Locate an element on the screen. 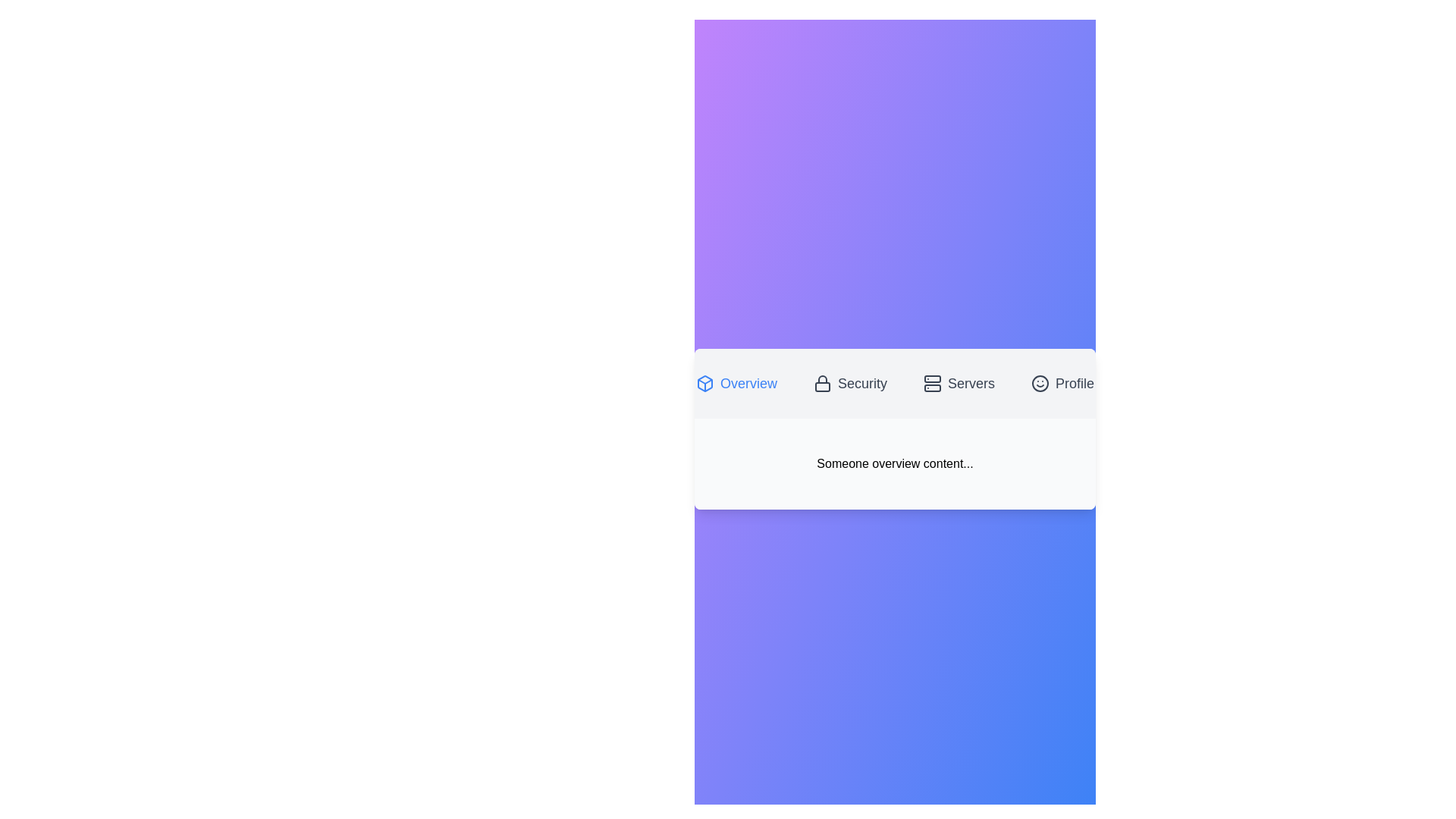 Image resolution: width=1456 pixels, height=819 pixels. the decorative icon component representing a 'server' in the navigation bar, located between the 'Security' and 'Profile' icons is located at coordinates (931, 378).